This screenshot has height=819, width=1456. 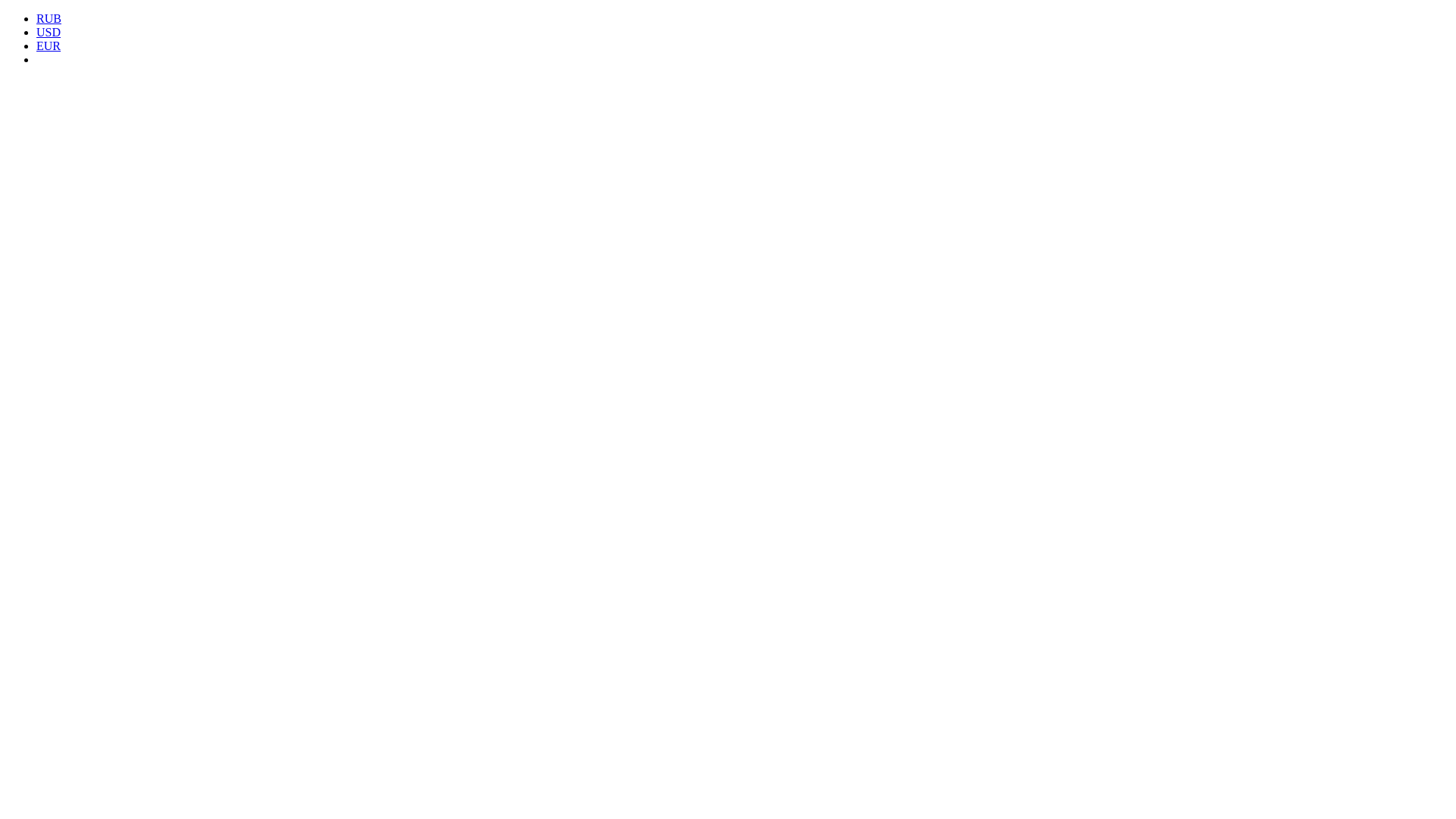 What do you see at coordinates (49, 18) in the screenshot?
I see `'RUB'` at bounding box center [49, 18].